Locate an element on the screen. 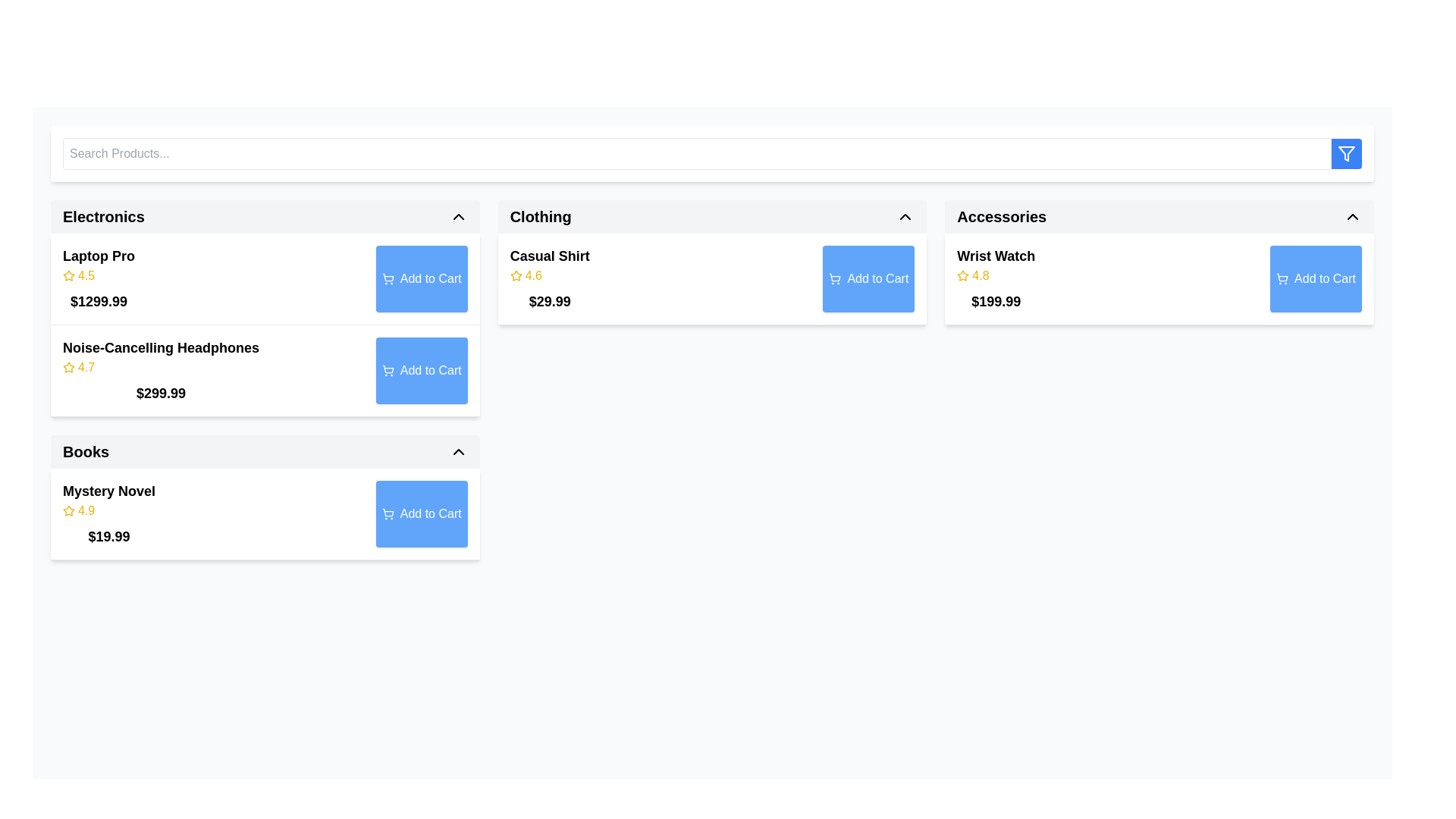 The image size is (1456, 819). the filter button located on the right side of the search bar, which has a white background and a subtle shadow effect is located at coordinates (711, 154).